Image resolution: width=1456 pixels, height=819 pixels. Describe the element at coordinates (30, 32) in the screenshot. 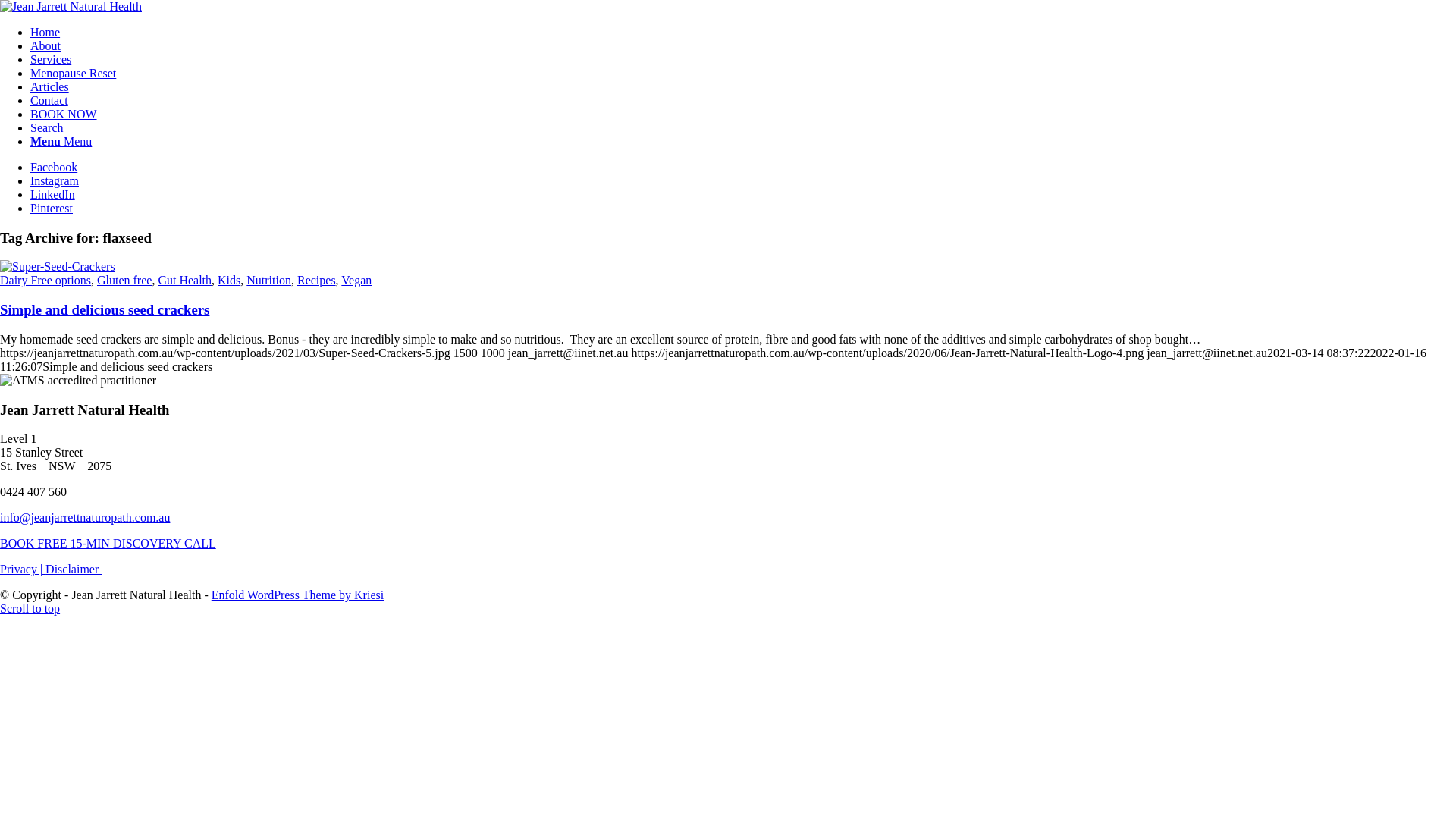

I see `'Home'` at that location.